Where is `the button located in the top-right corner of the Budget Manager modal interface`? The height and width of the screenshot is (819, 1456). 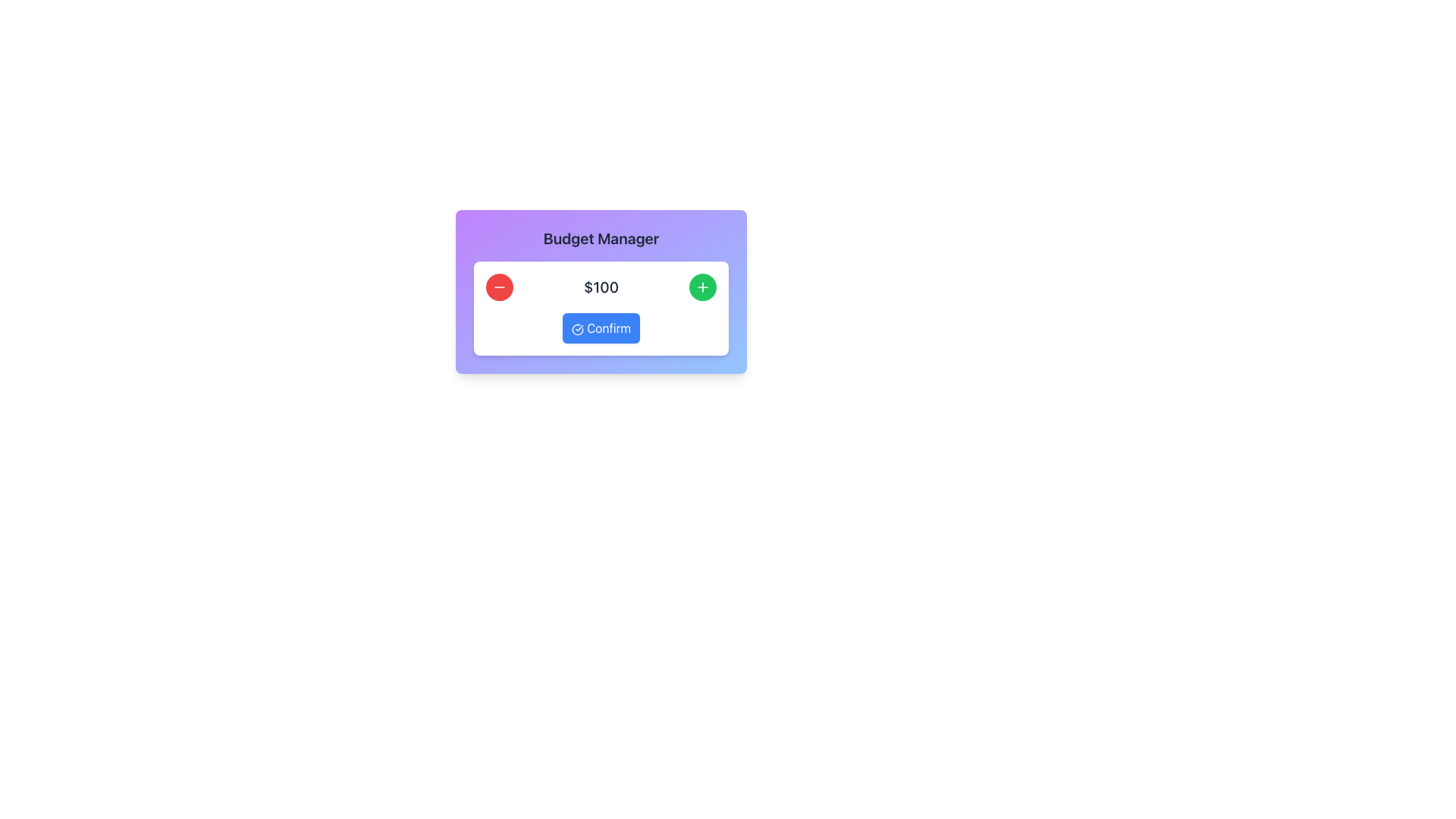 the button located in the top-right corner of the Budget Manager modal interface is located at coordinates (701, 287).